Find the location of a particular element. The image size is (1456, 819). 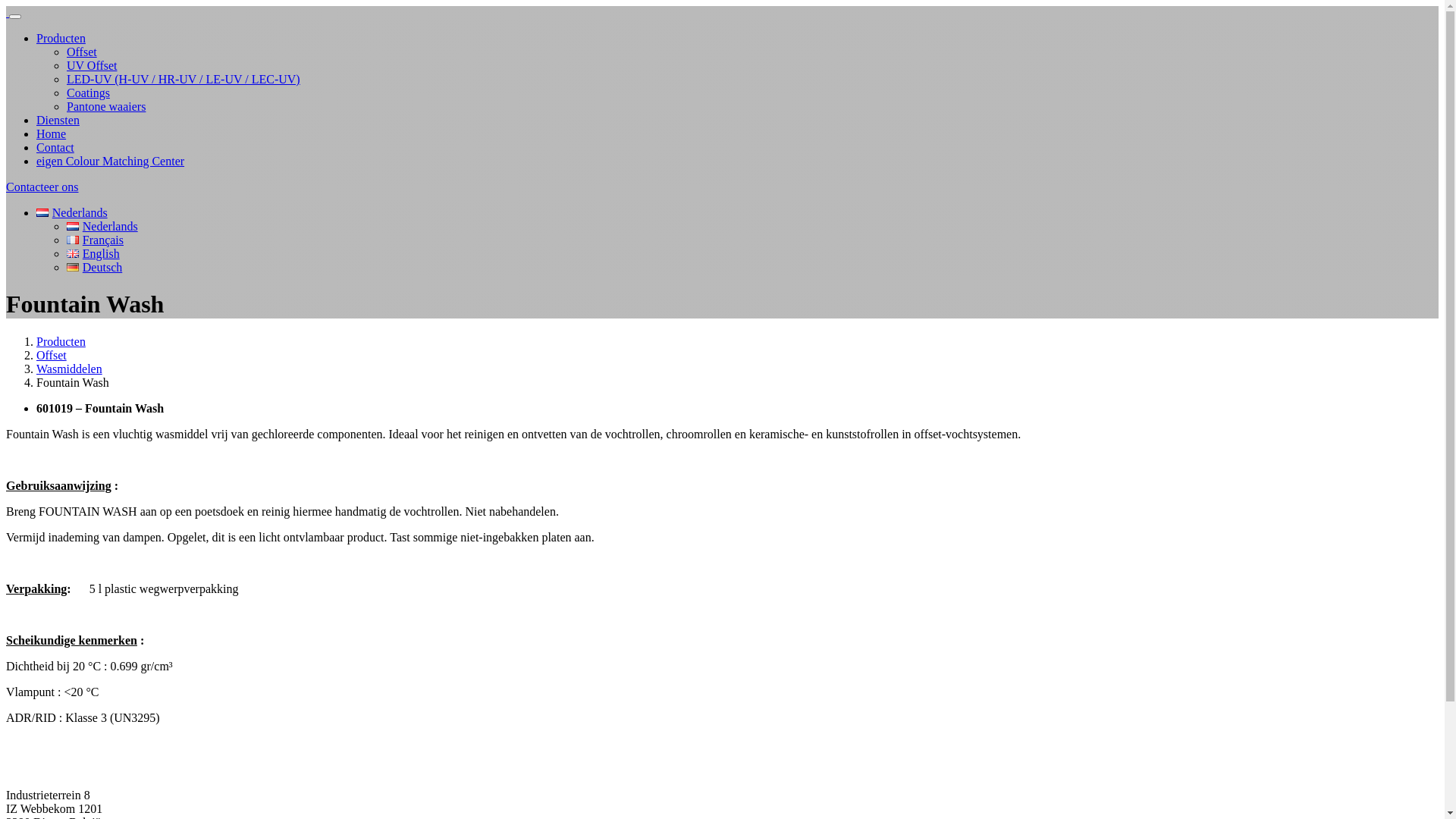

'Nederlands' is located at coordinates (42, 212).